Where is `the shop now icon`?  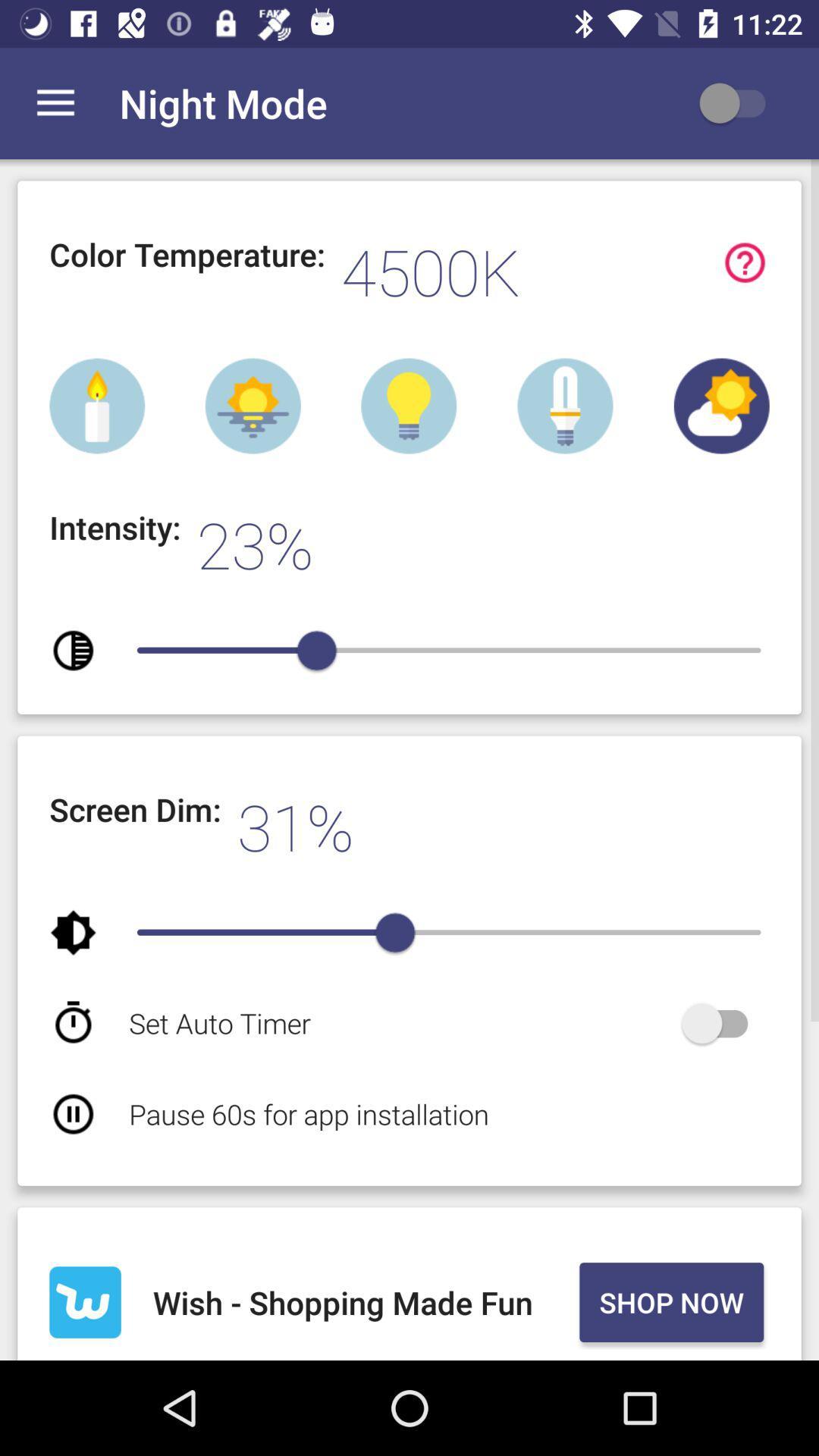 the shop now icon is located at coordinates (670, 1301).